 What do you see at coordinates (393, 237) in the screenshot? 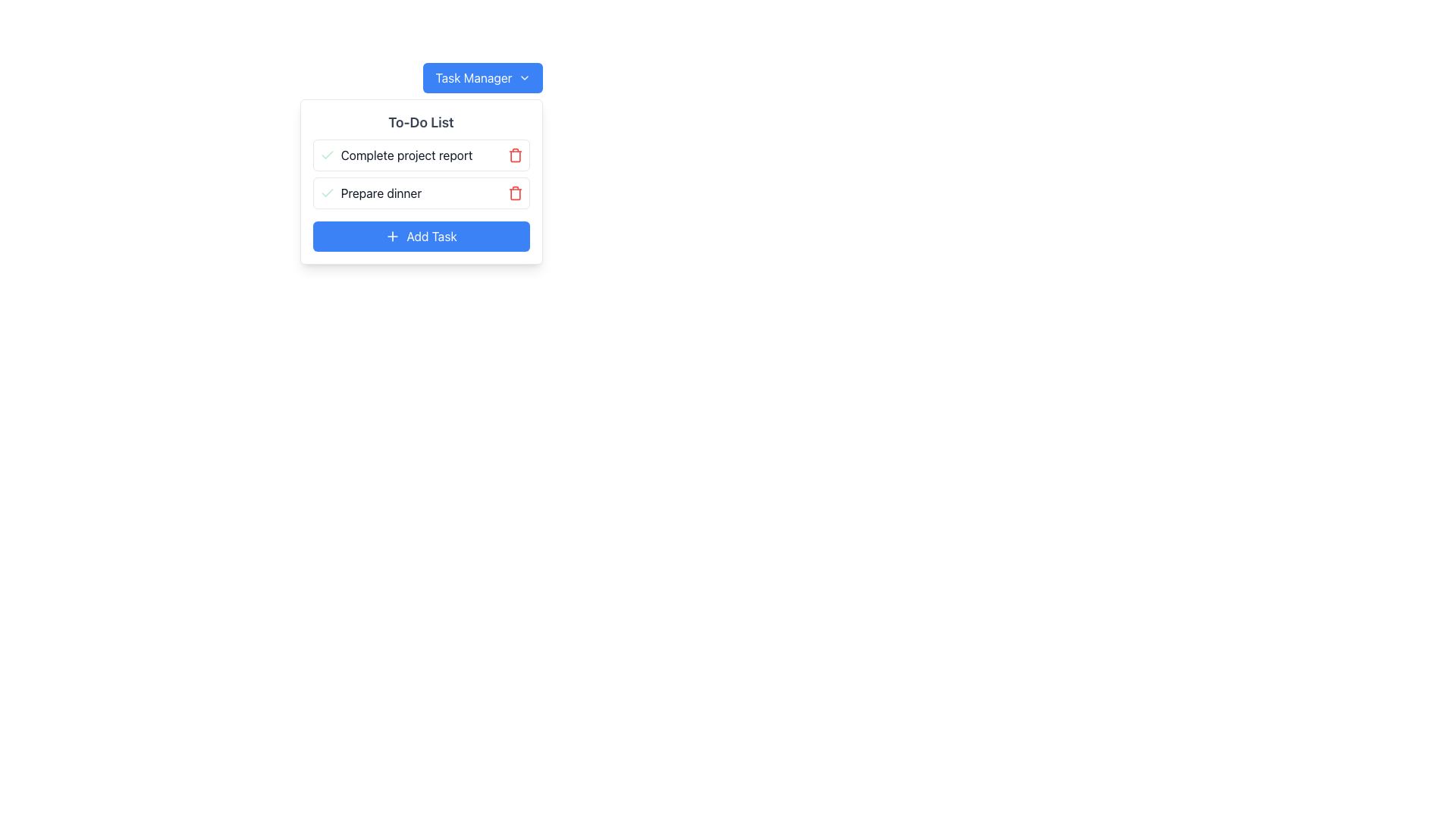
I see `the decorative icon inside the 'Add Task' button to receive visual feedback` at bounding box center [393, 237].